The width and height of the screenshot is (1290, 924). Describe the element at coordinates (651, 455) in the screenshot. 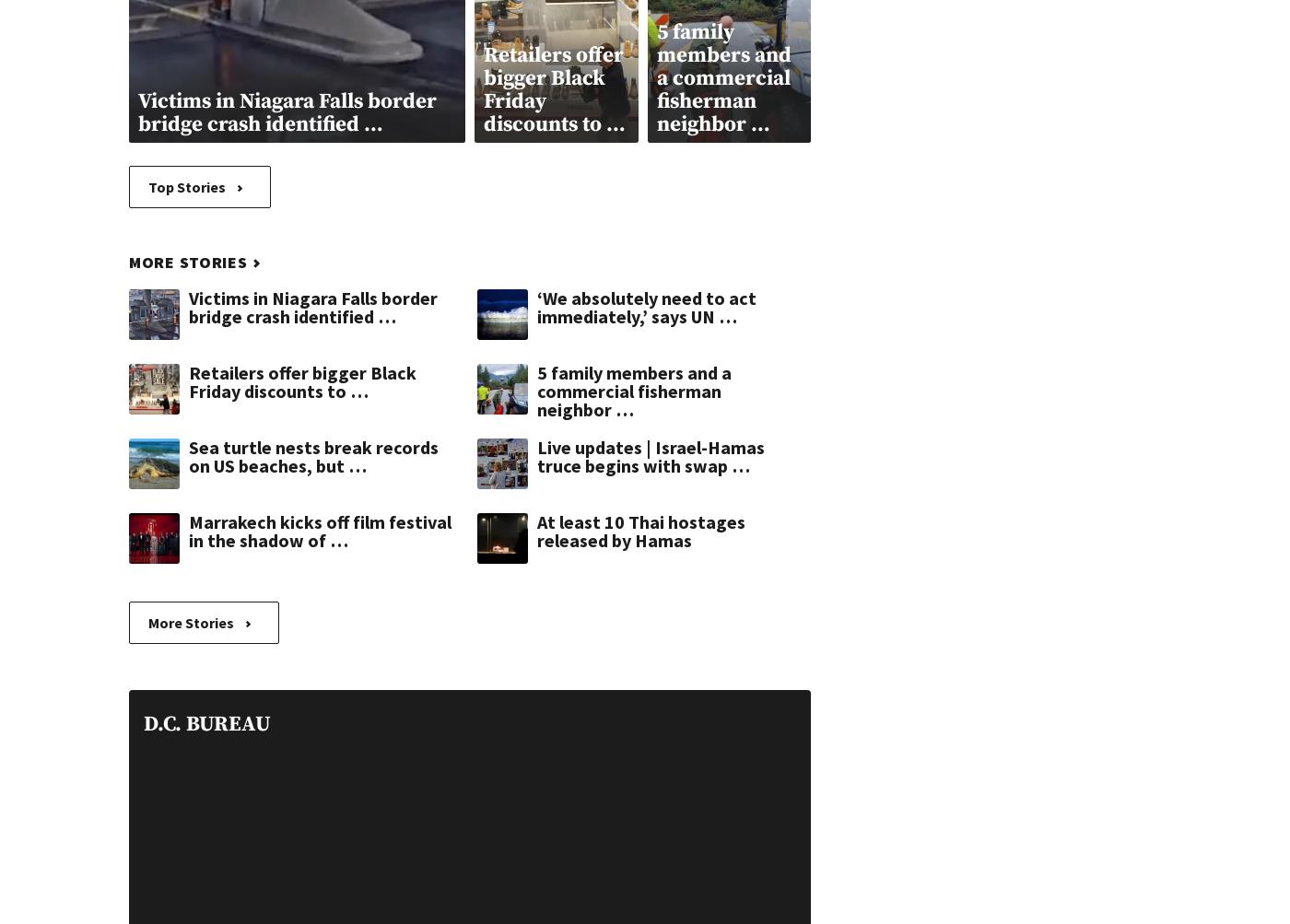

I see `'Live updates | Israel-Hamas truce begins with swap …'` at that location.